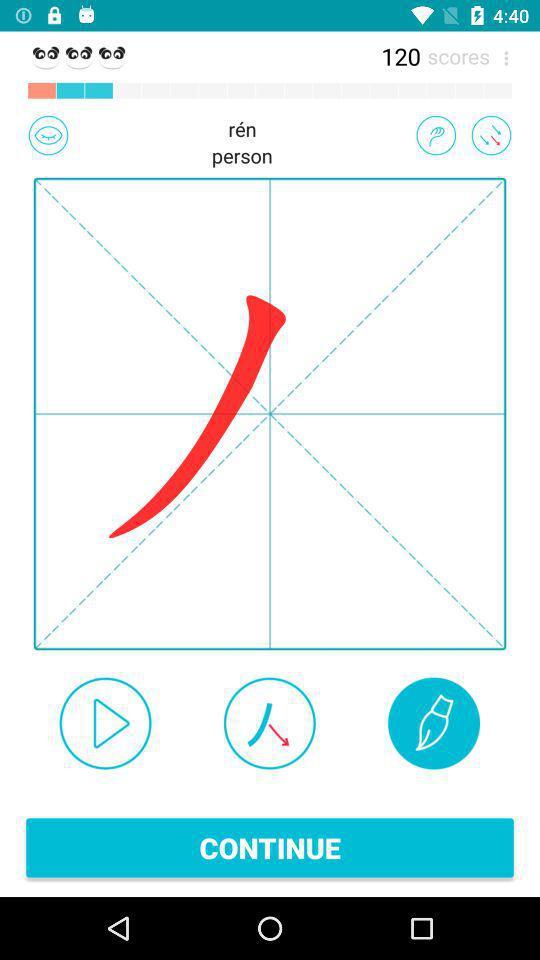  Describe the element at coordinates (433, 722) in the screenshot. I see `paint` at that location.